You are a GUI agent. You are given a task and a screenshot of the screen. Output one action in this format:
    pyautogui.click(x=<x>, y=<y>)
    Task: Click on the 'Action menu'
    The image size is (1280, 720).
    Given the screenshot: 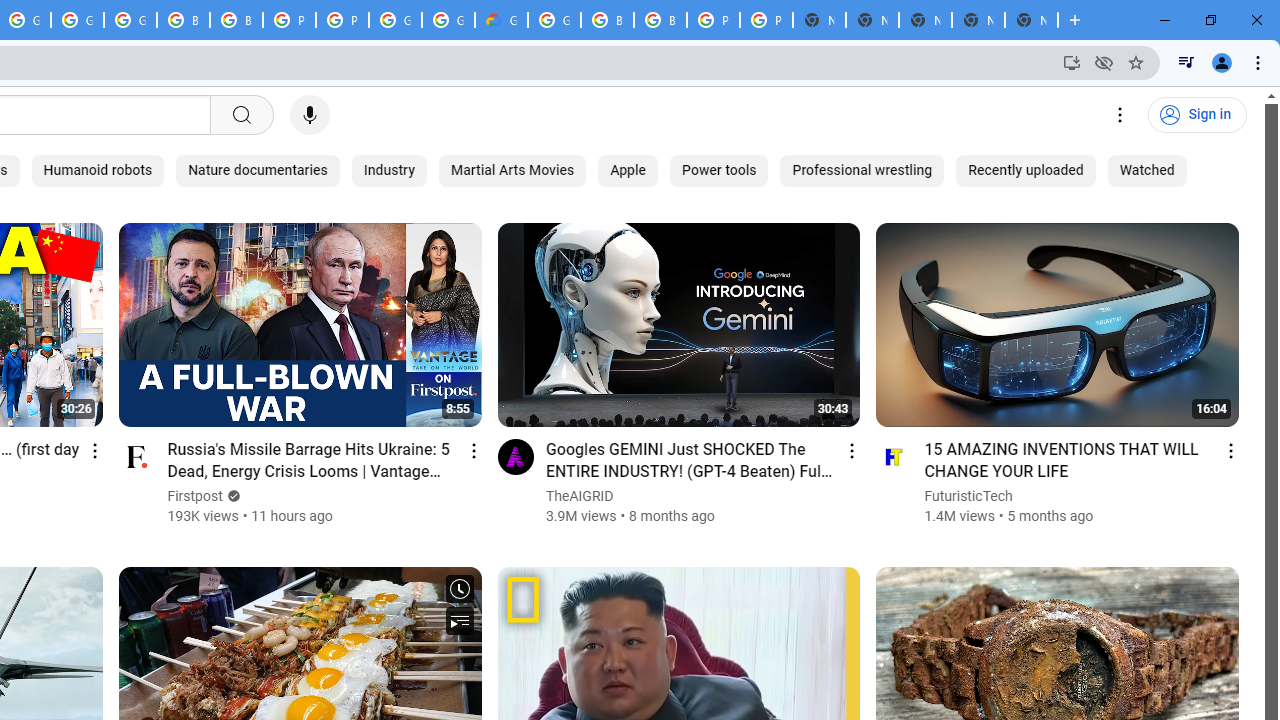 What is the action you would take?
    pyautogui.click(x=1229, y=450)
    